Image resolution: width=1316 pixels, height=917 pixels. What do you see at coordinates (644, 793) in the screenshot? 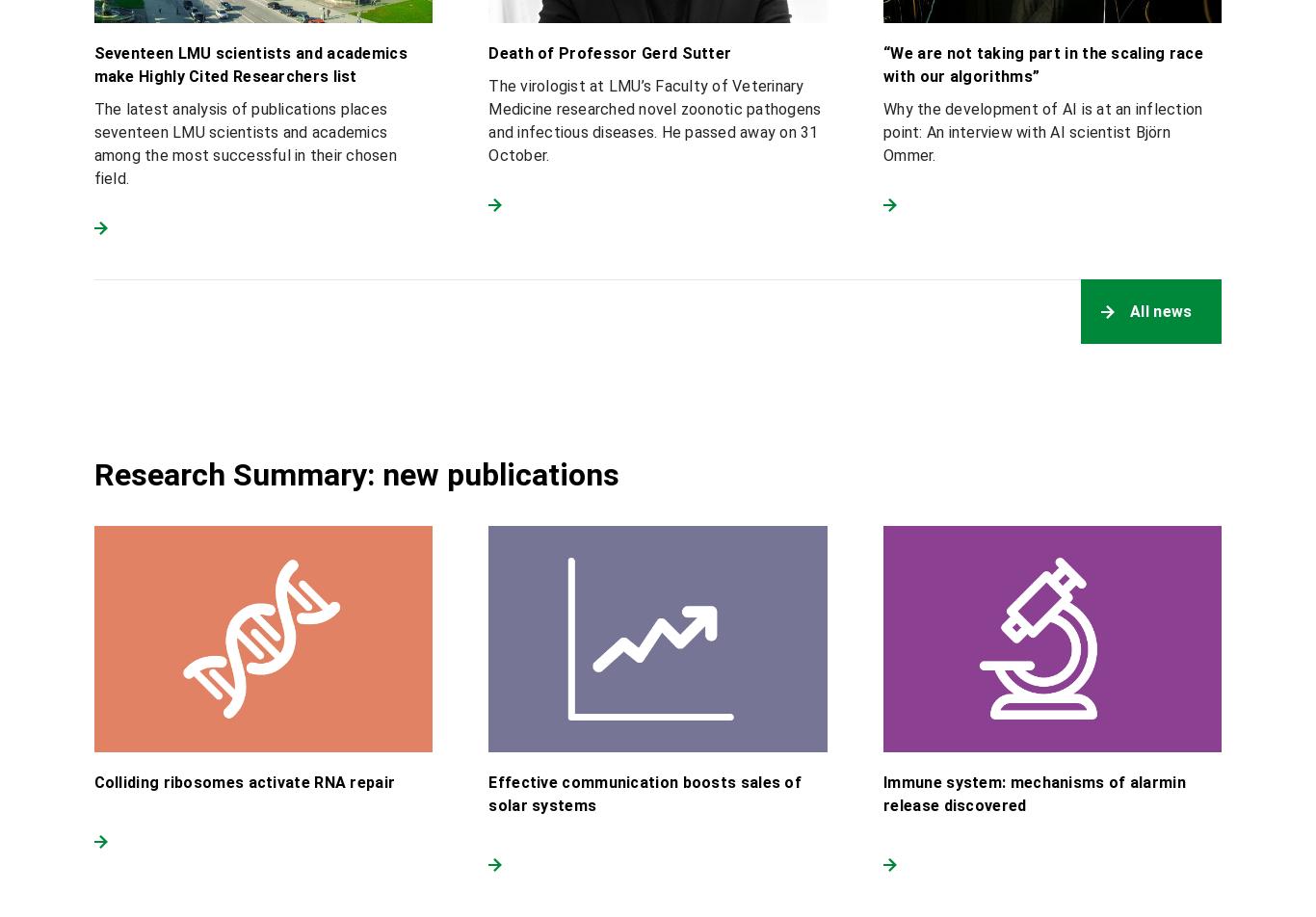
I see `'Effective communication boosts sales of solar systems'` at bounding box center [644, 793].